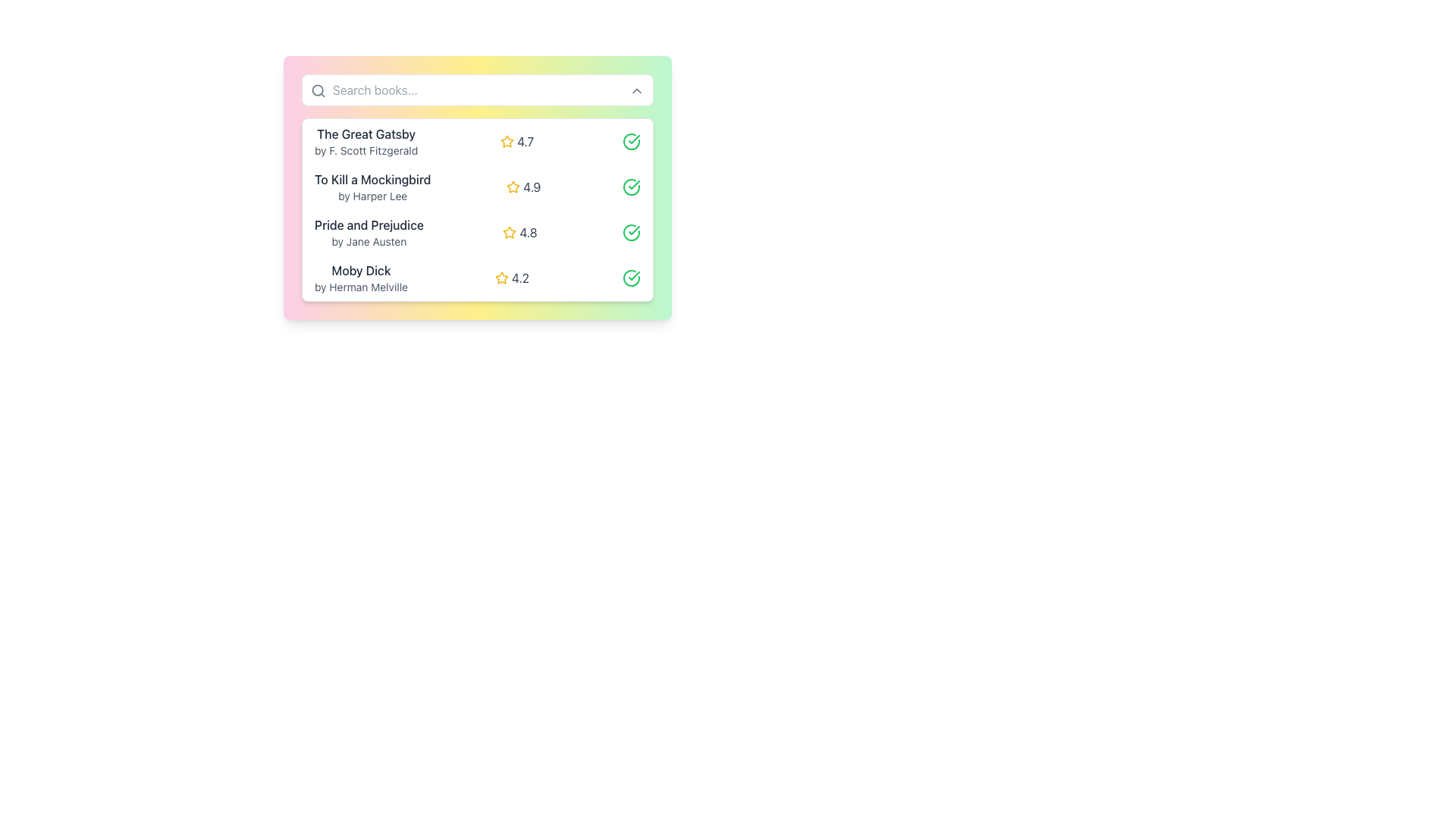  I want to click on the star icon located to the left of the rating score '4.7', so click(507, 141).